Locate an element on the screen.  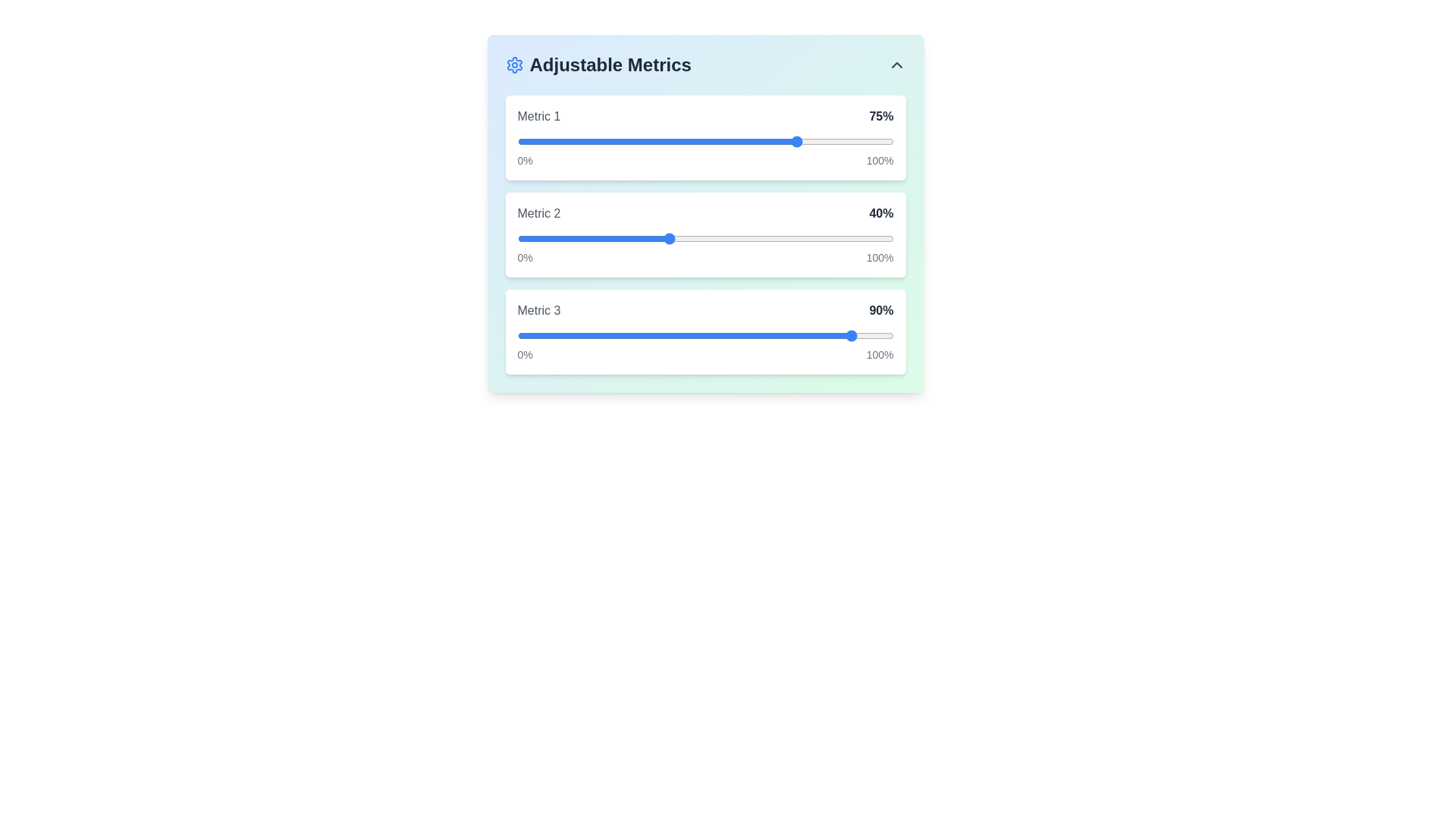
the horizontal slider of 'Metric 2' is located at coordinates (704, 239).